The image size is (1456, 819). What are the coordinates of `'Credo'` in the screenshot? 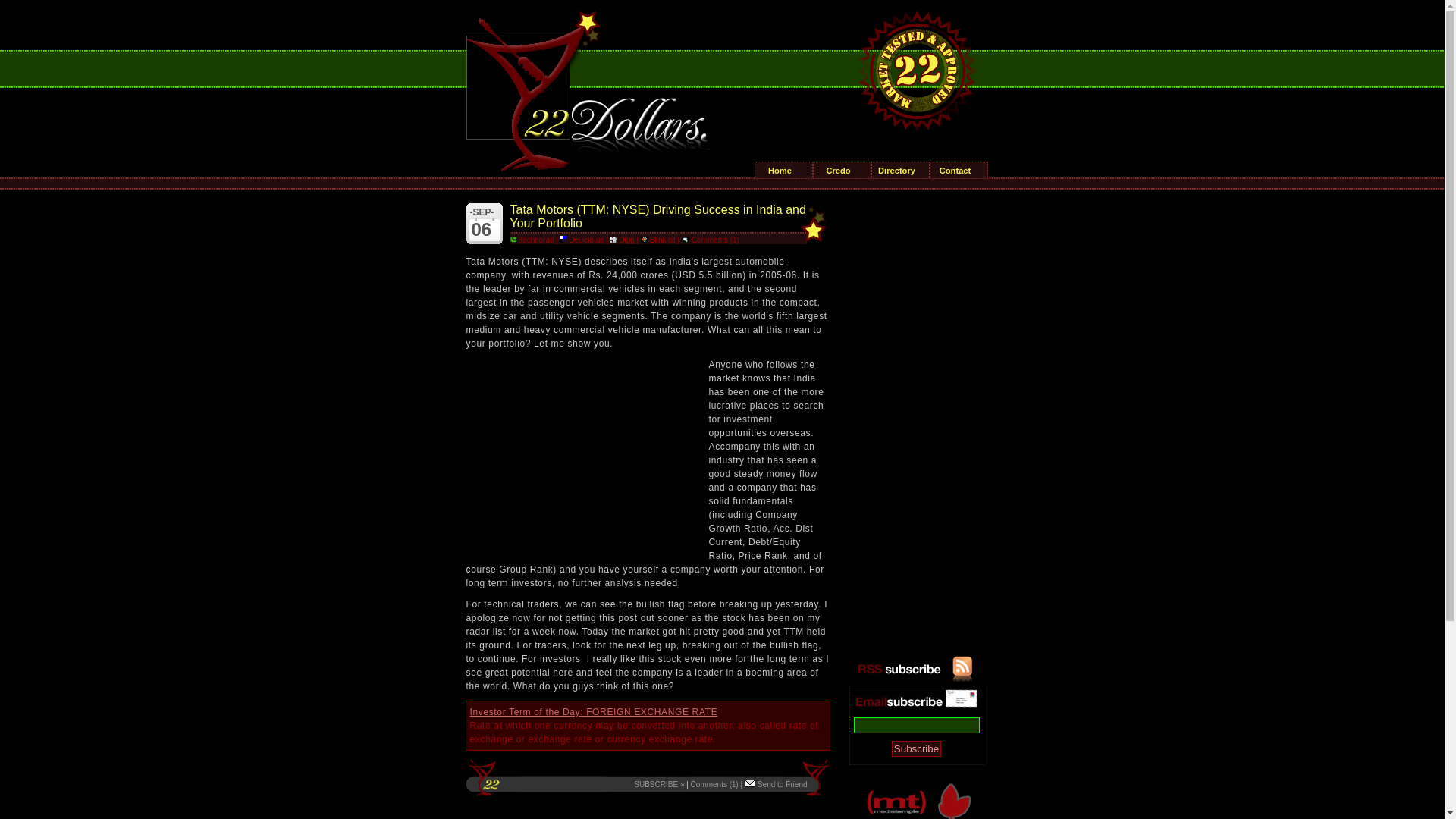 It's located at (811, 170).